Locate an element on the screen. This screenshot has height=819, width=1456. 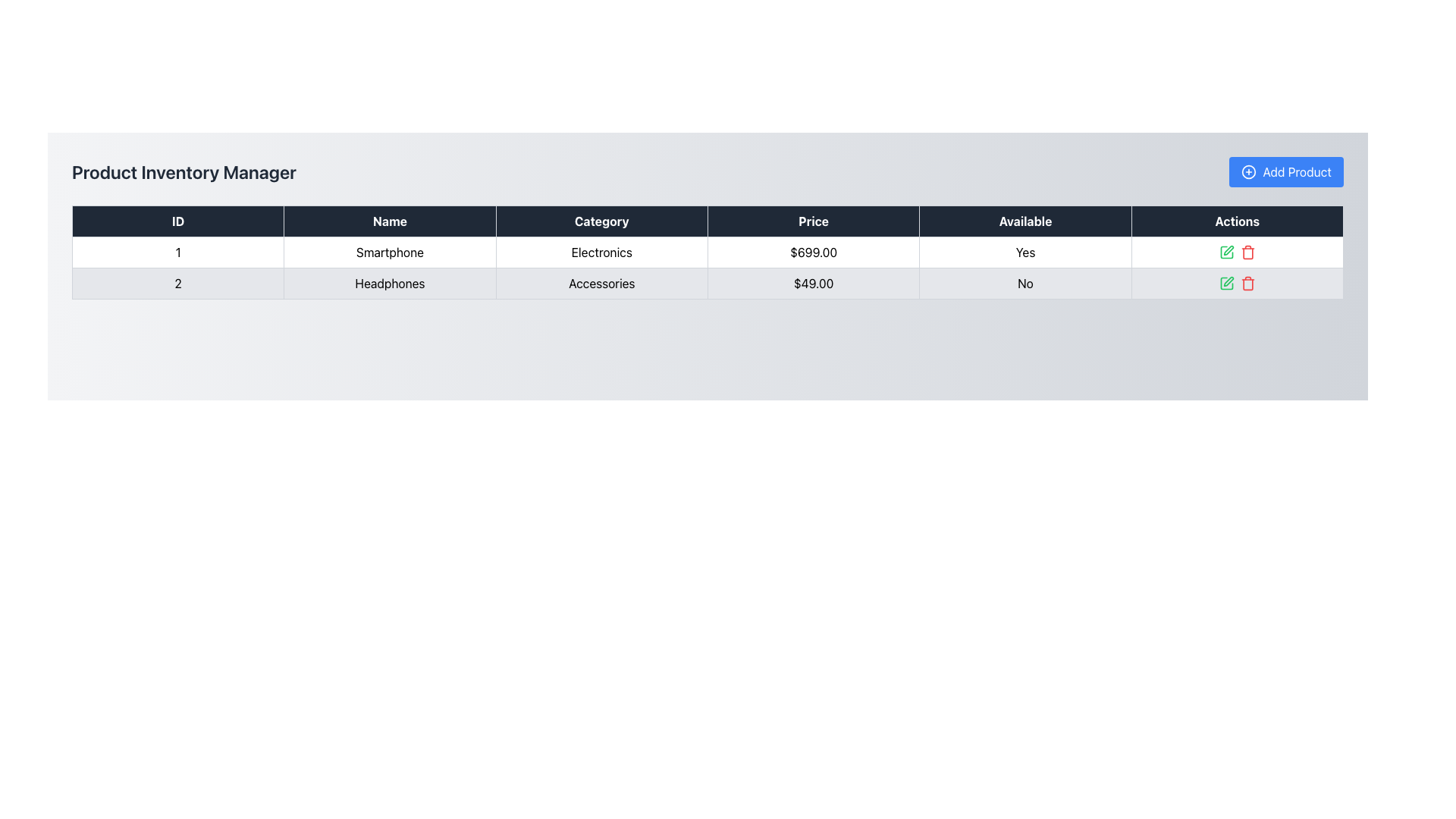
the interactive buttons/icons in the 'Actions' column of the second row for the product 'Headphones' is located at coordinates (1237, 284).